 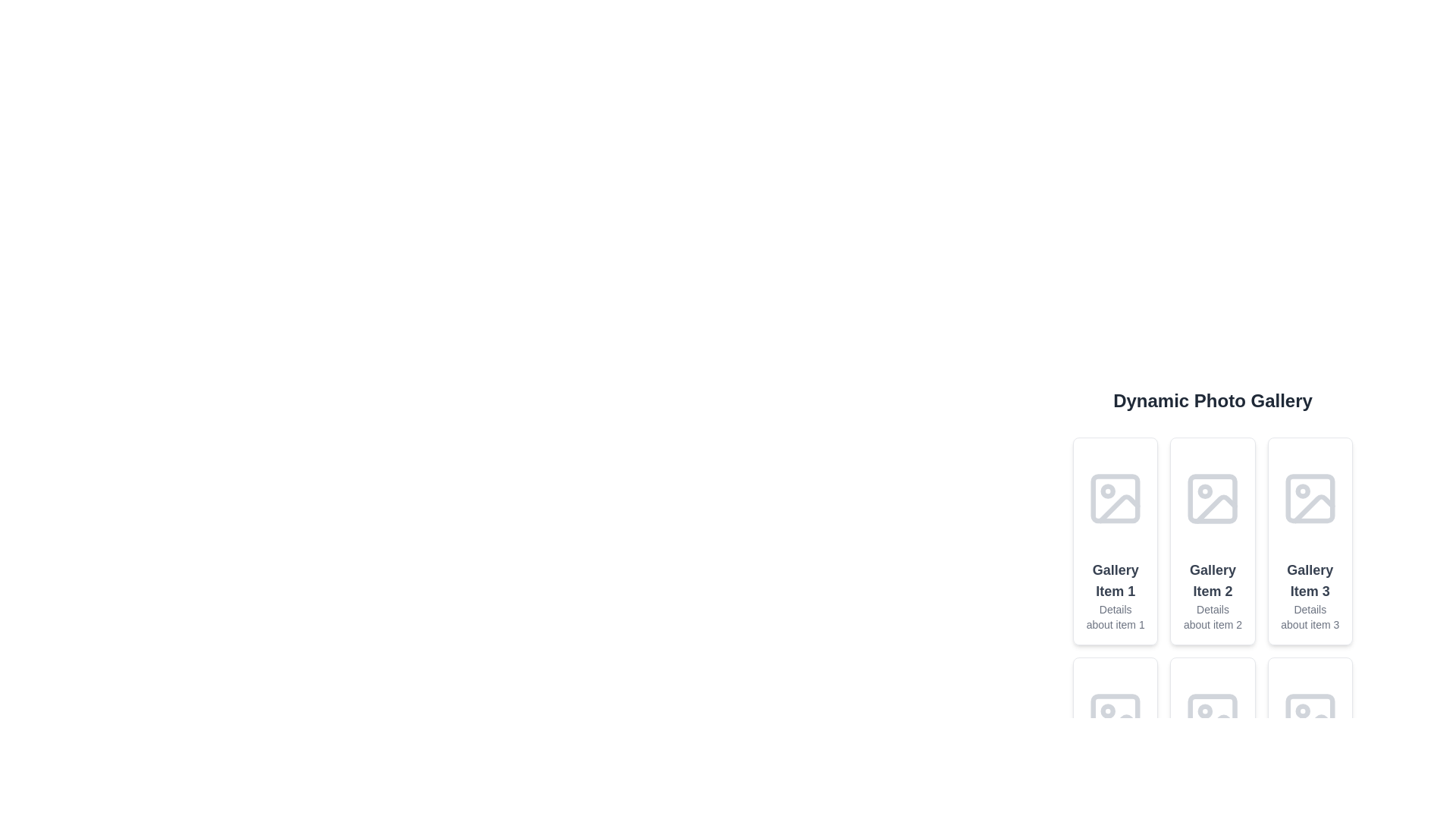 What do you see at coordinates (1115, 499) in the screenshot?
I see `the photo graphic icon located in the first gallery card under 'Dynamic Photo Gallery', positioned above the text 'Gallery Item 1'` at bounding box center [1115, 499].